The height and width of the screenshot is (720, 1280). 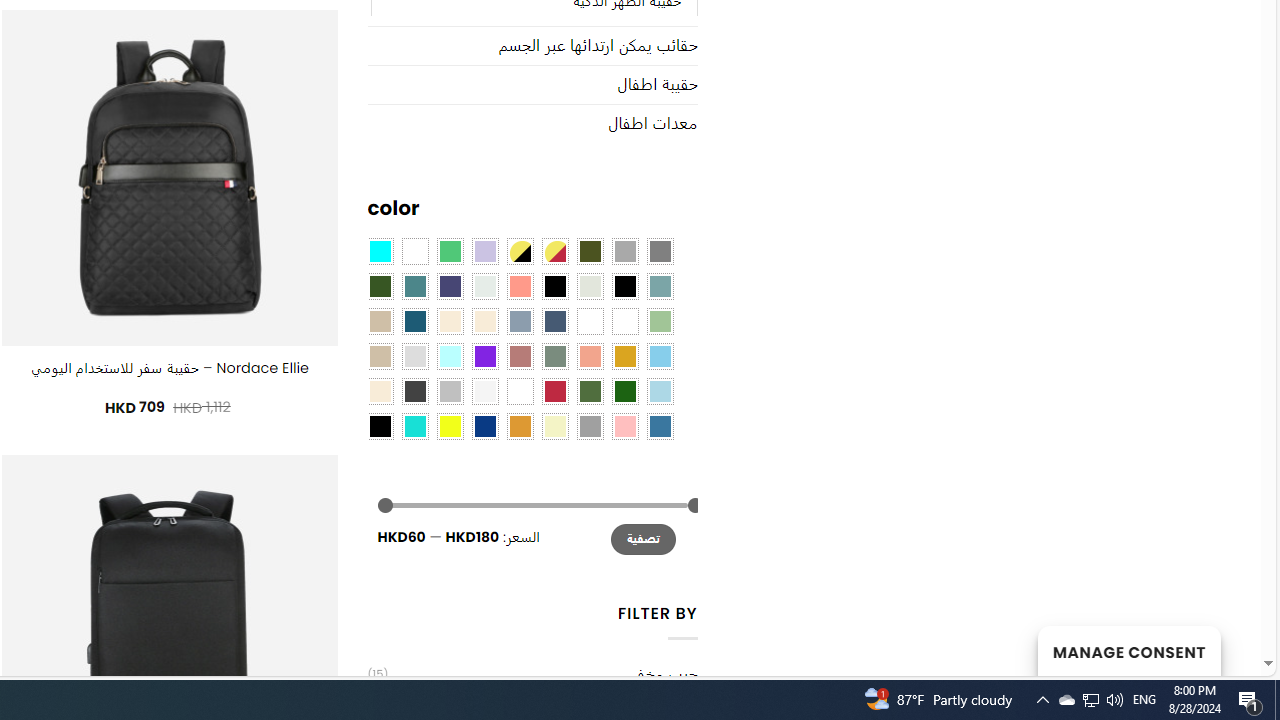 I want to click on 'Hale Navy', so click(x=554, y=320).